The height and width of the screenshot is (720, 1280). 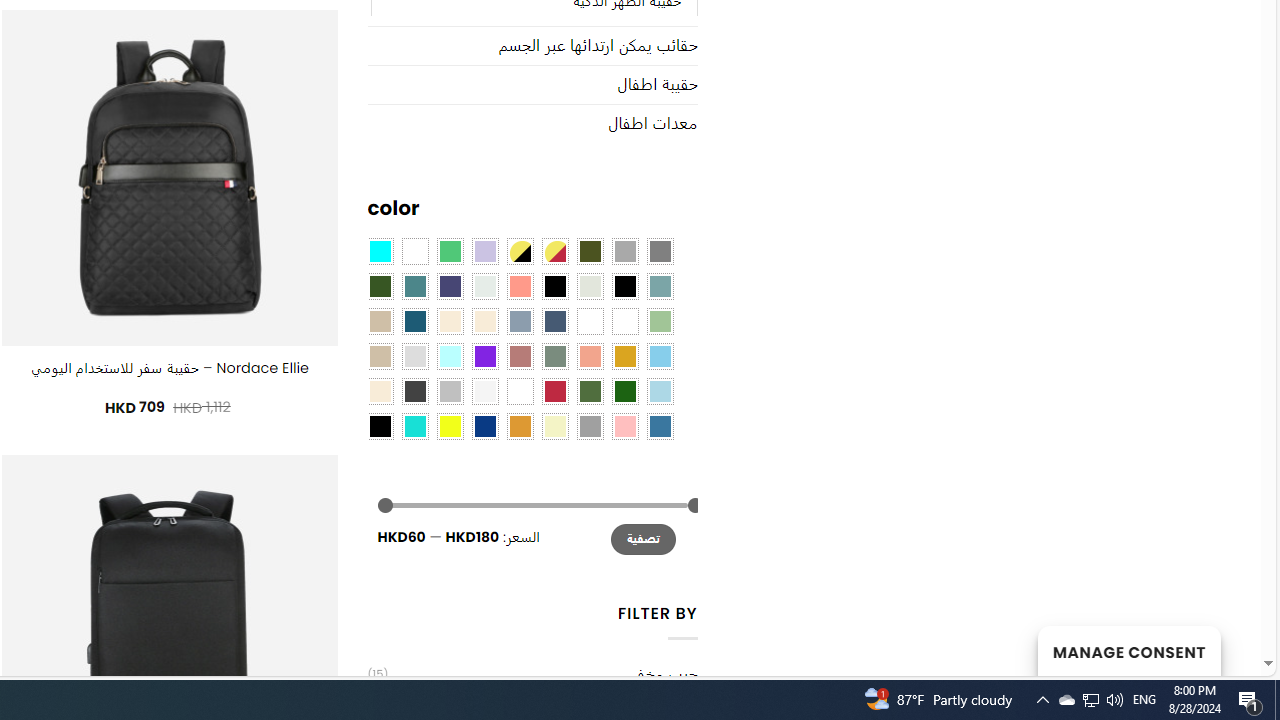 I want to click on 'Hale Navy', so click(x=554, y=320).